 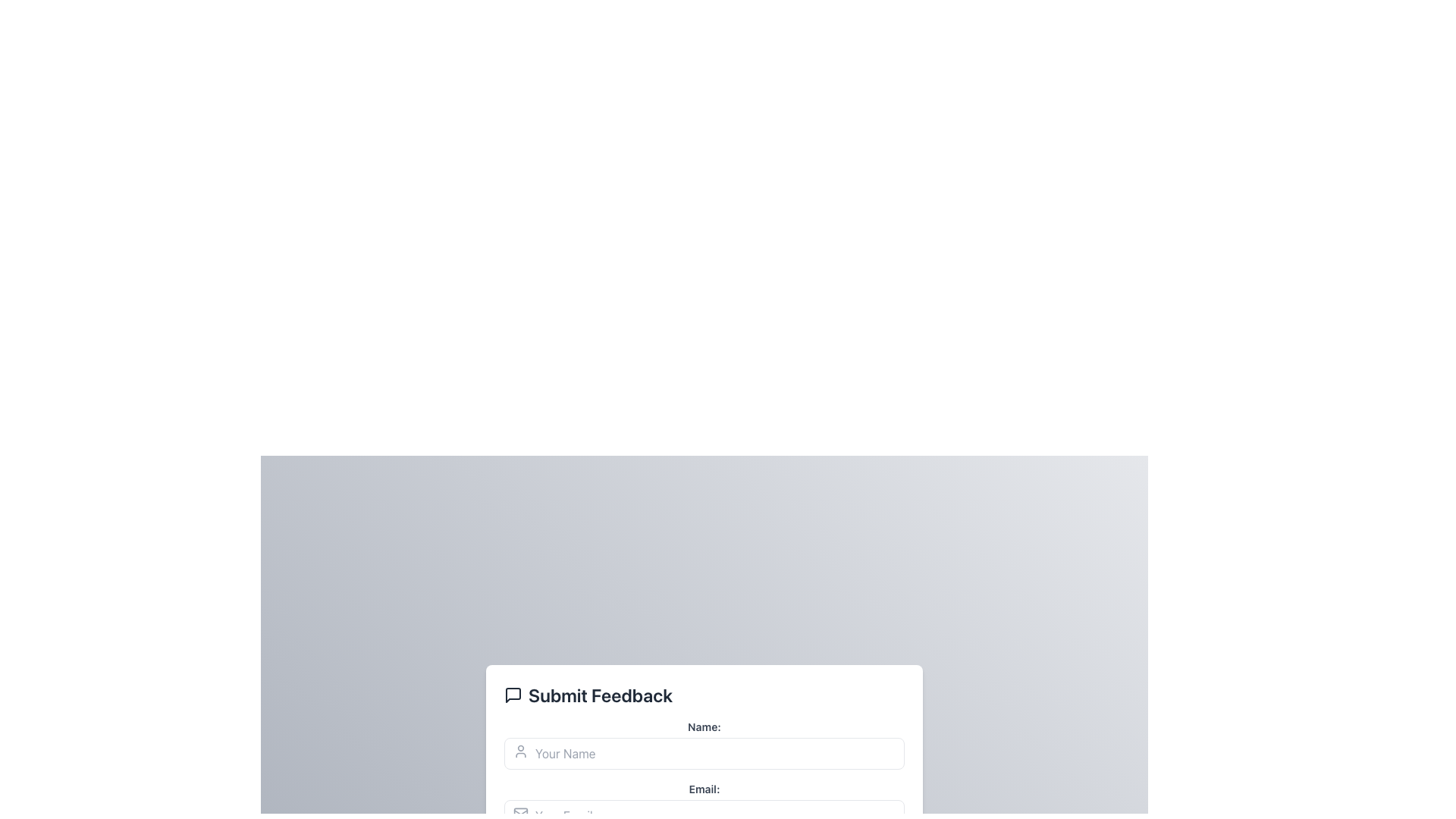 I want to click on the rectangular SVG graphic element that is part of the mail icon in the feedback form, so click(x=520, y=812).